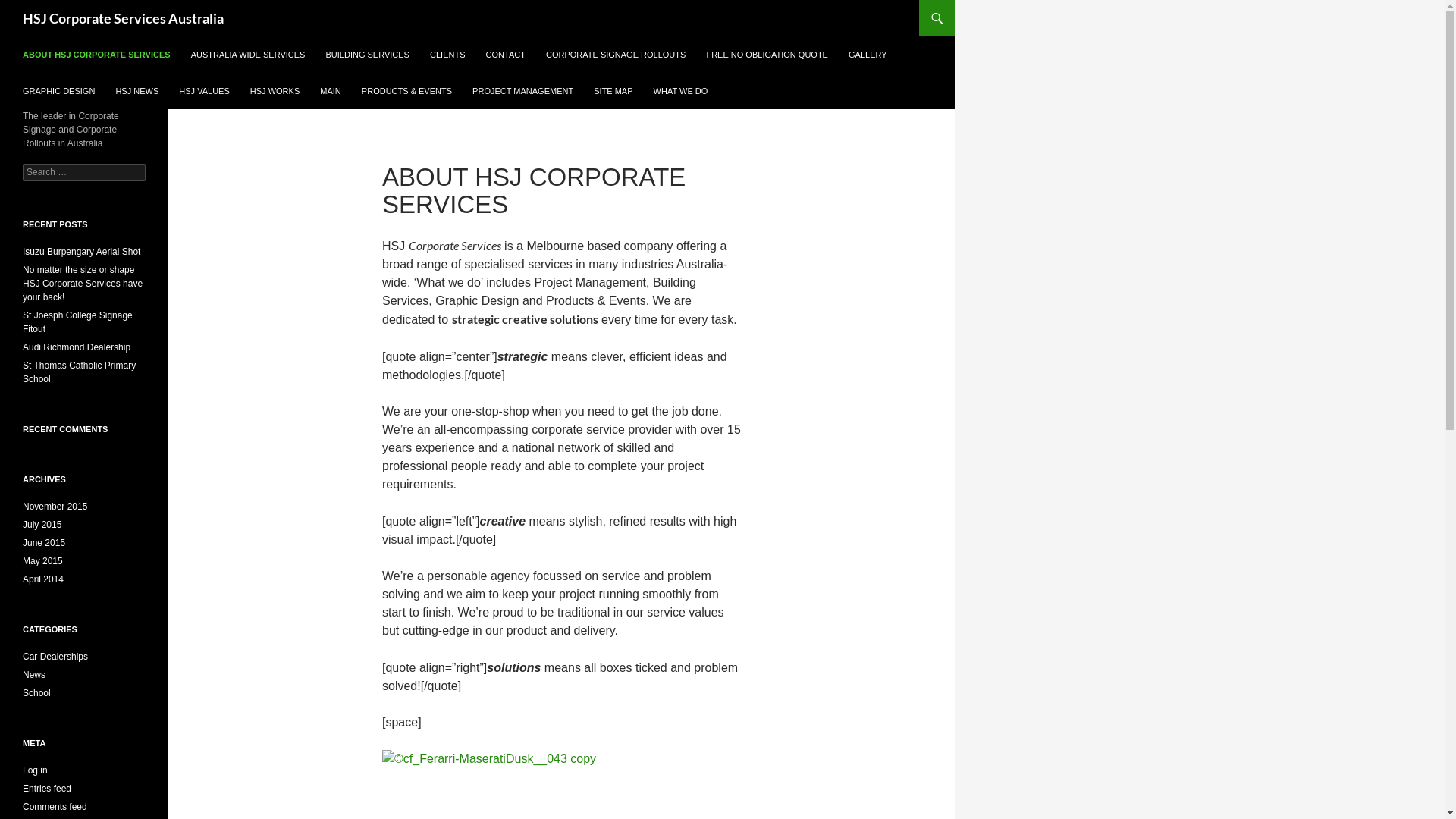 The height and width of the screenshot is (819, 1456). I want to click on 'PRODUCTS & EVENTS', so click(406, 90).